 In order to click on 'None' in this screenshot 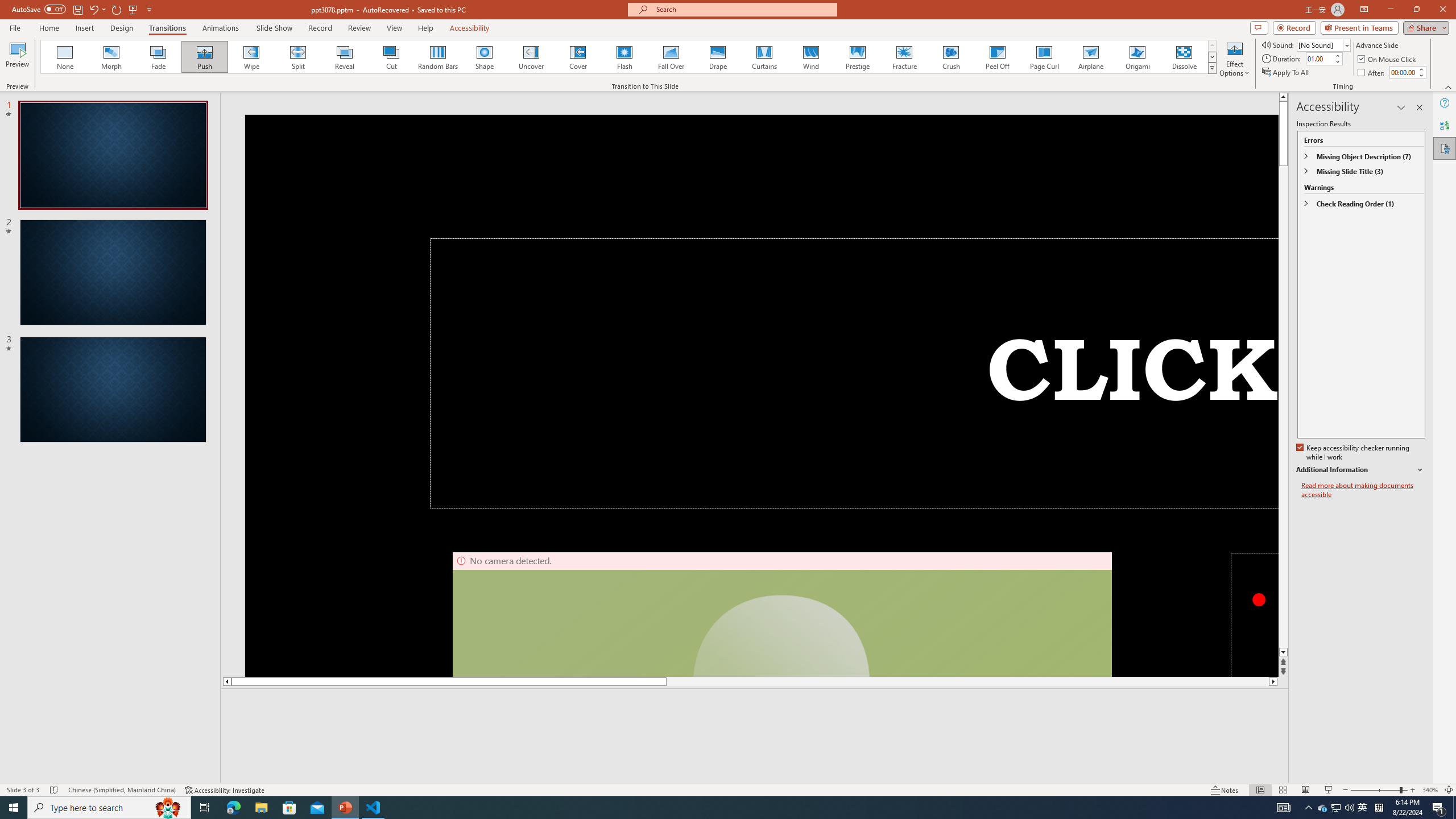, I will do `click(65, 56)`.